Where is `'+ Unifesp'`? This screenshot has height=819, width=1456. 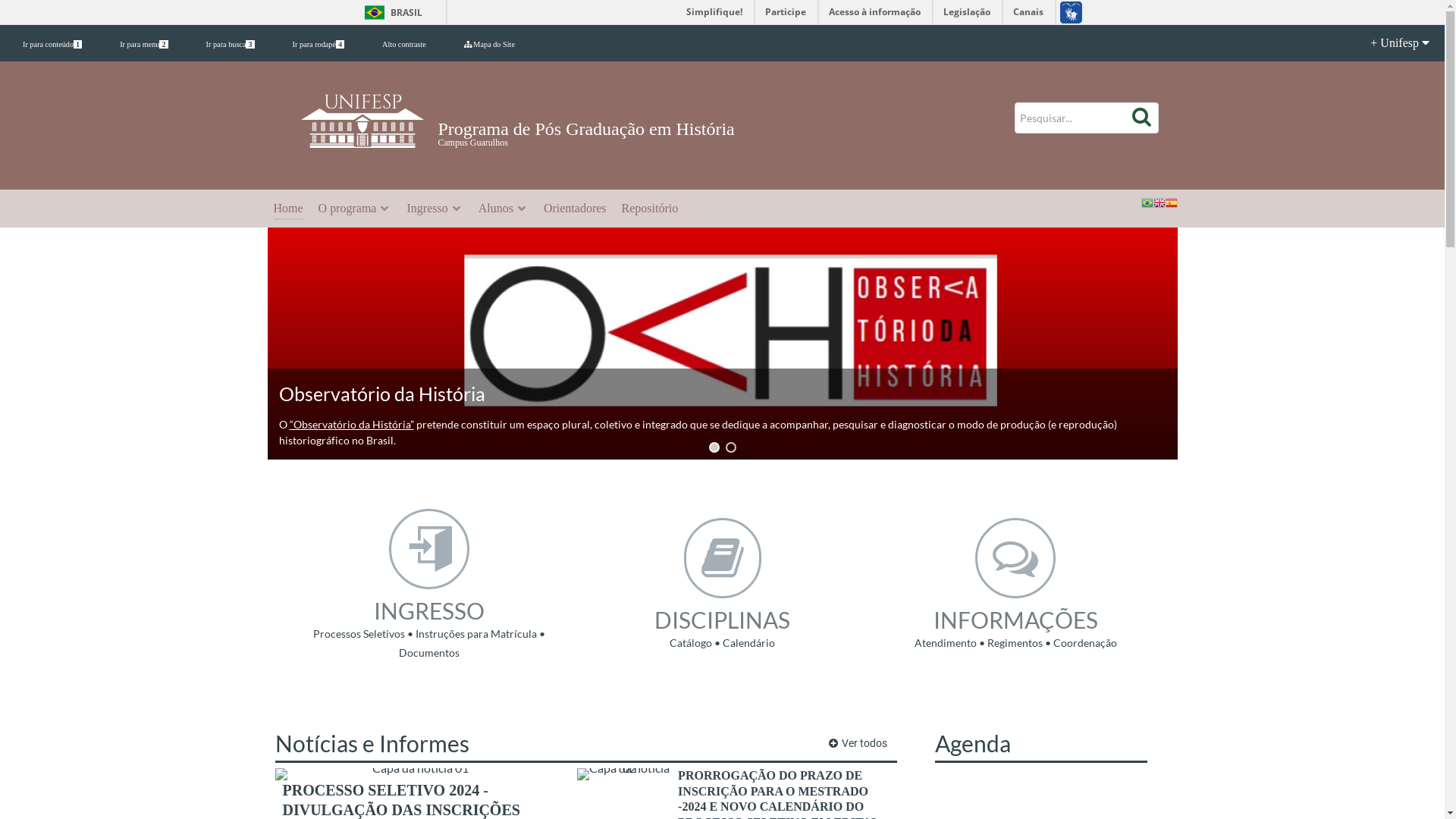
'+ Unifesp' is located at coordinates (1387, 42).